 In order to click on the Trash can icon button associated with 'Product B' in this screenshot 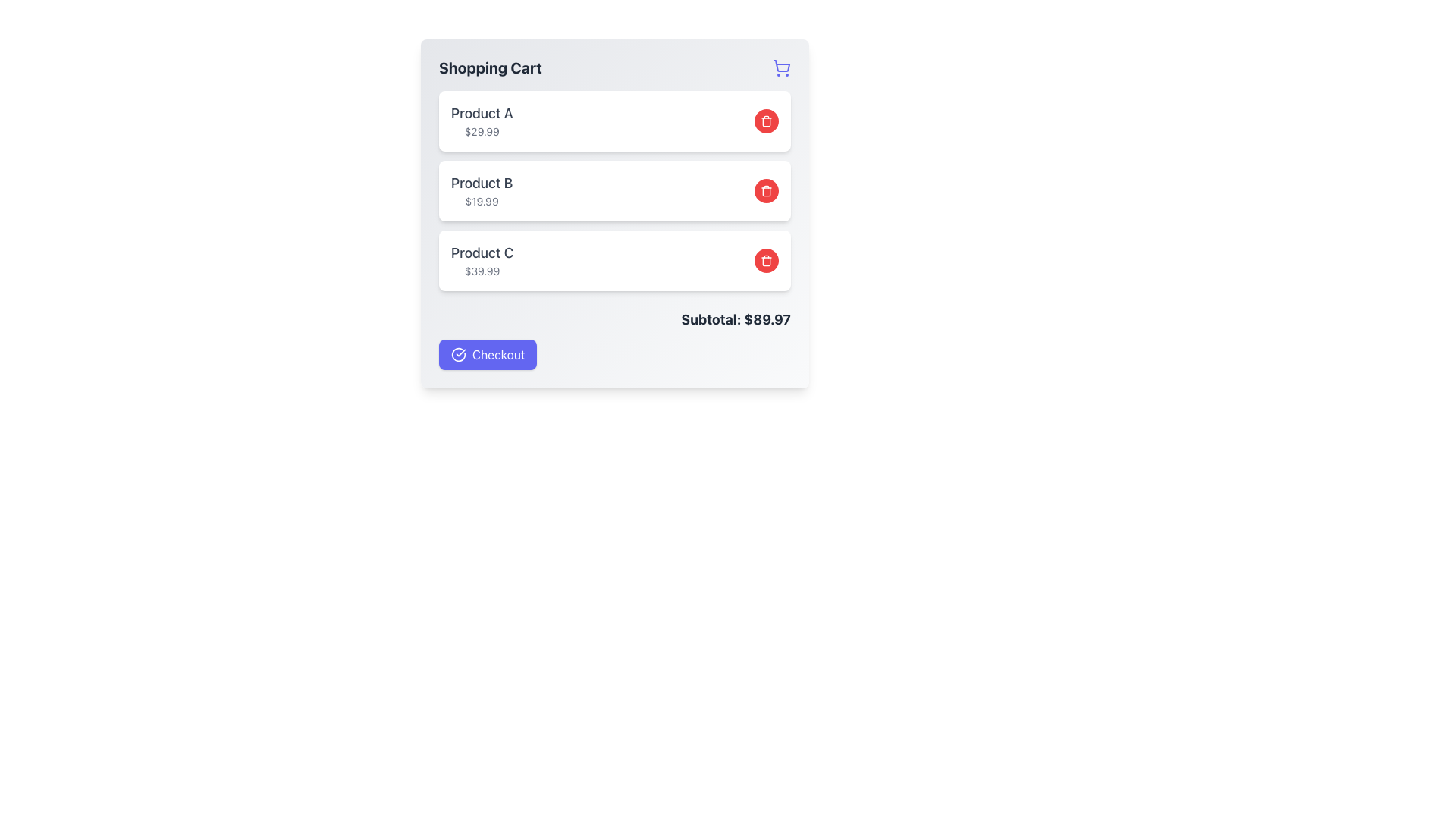, I will do `click(767, 190)`.